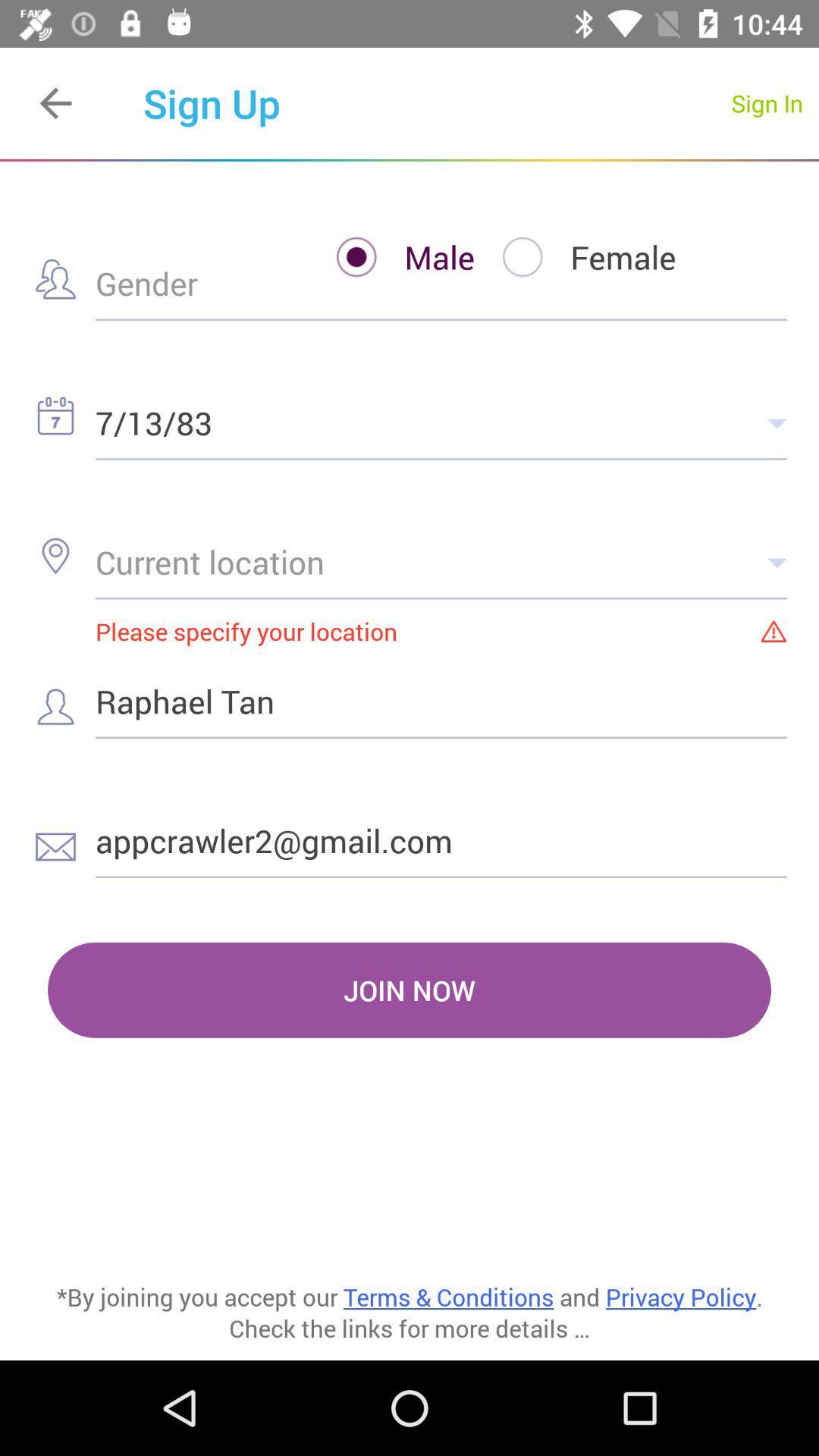 Image resolution: width=819 pixels, height=1456 pixels. I want to click on icon above appcrawler2@gmail.com item, so click(441, 700).